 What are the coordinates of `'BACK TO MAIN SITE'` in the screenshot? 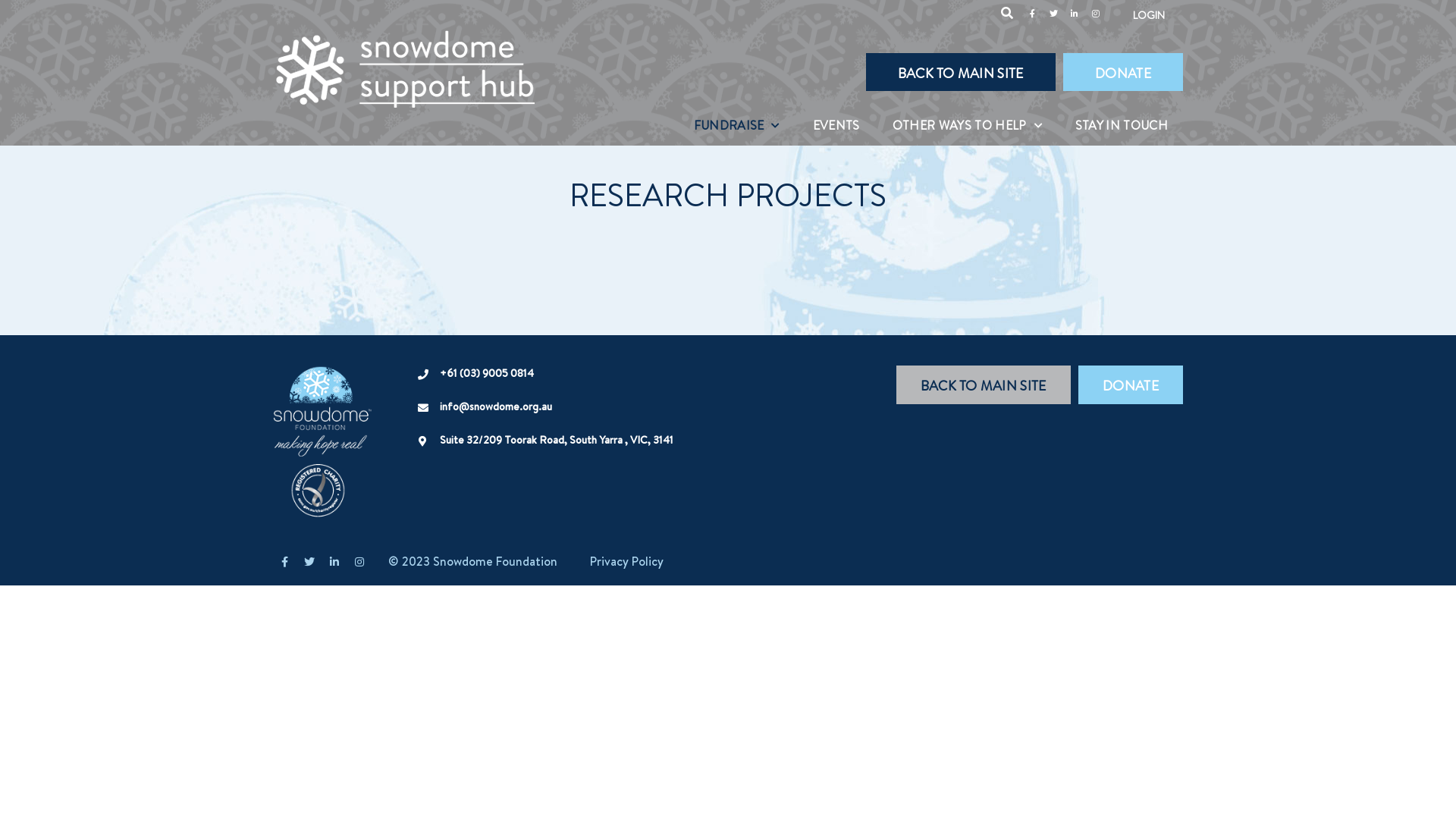 It's located at (866, 72).